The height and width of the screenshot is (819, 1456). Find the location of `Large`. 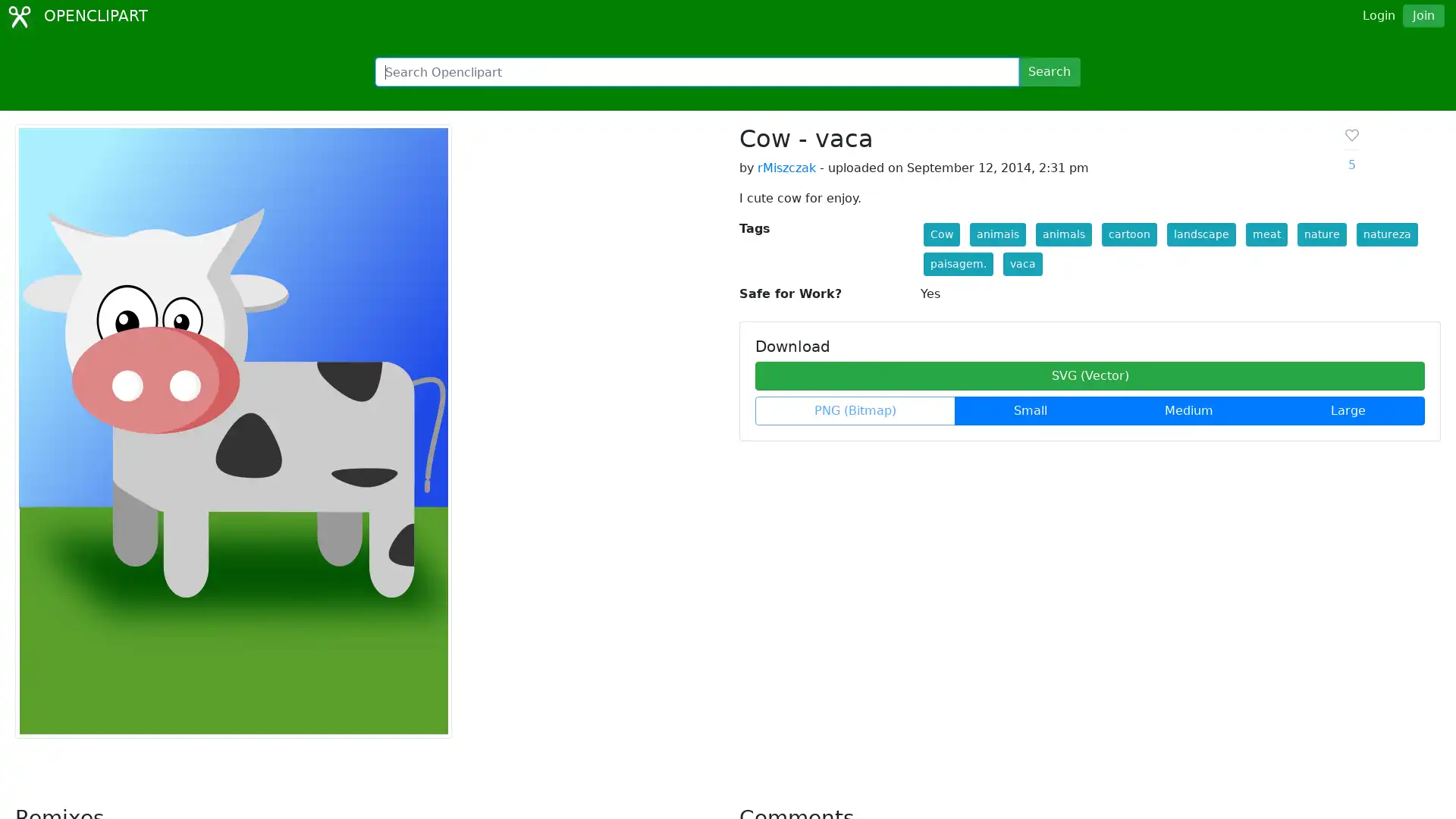

Large is located at coordinates (1348, 411).